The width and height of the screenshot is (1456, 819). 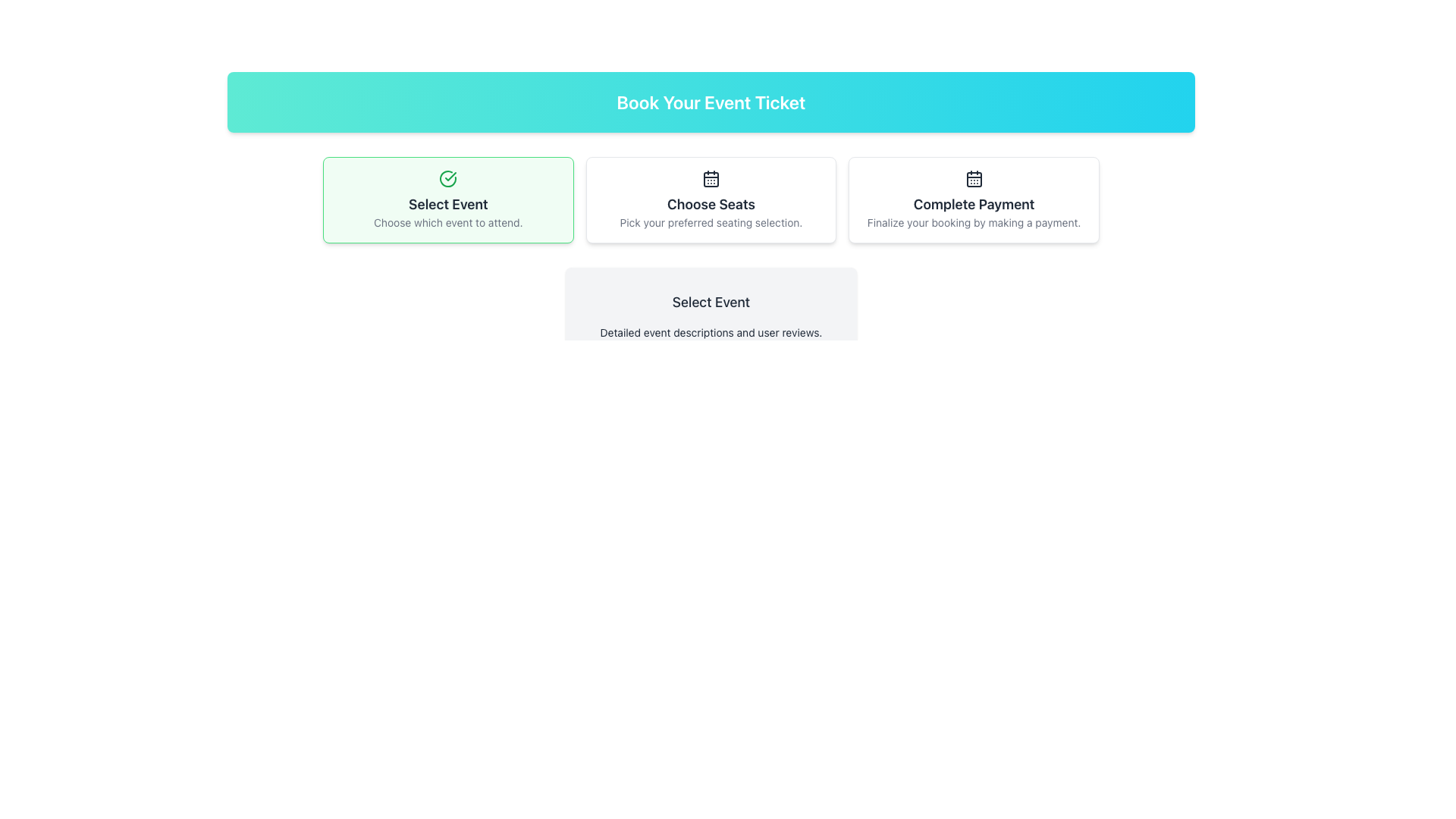 I want to click on the Informational card or panel that provides information about the 'Select Event' functionality, which is located in the second row between the 'Book Your Event Ticket' banner and the navigation controls, so click(x=710, y=315).